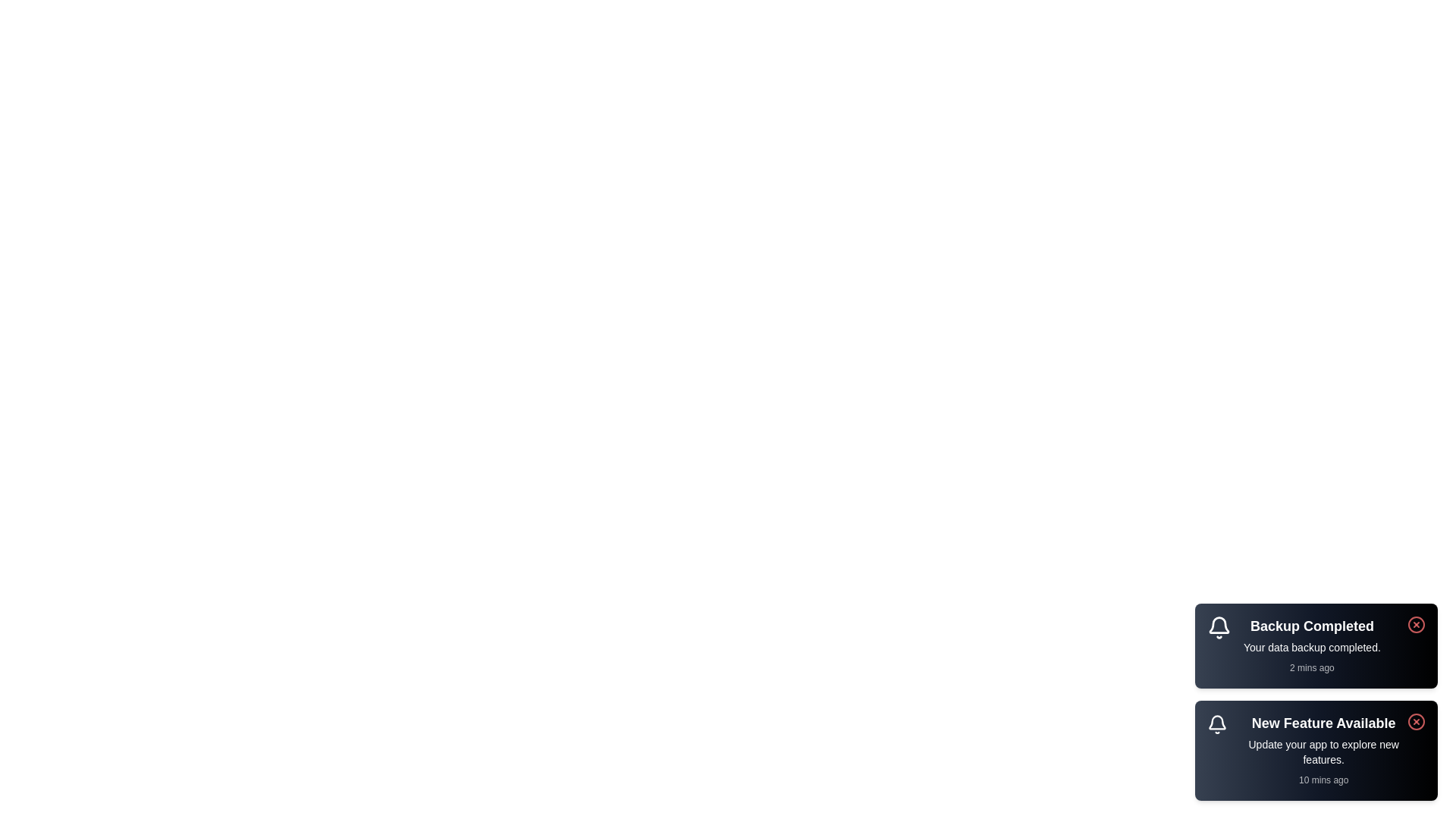  I want to click on the icon next to the snackbar message for Backup Completed, so click(1219, 628).